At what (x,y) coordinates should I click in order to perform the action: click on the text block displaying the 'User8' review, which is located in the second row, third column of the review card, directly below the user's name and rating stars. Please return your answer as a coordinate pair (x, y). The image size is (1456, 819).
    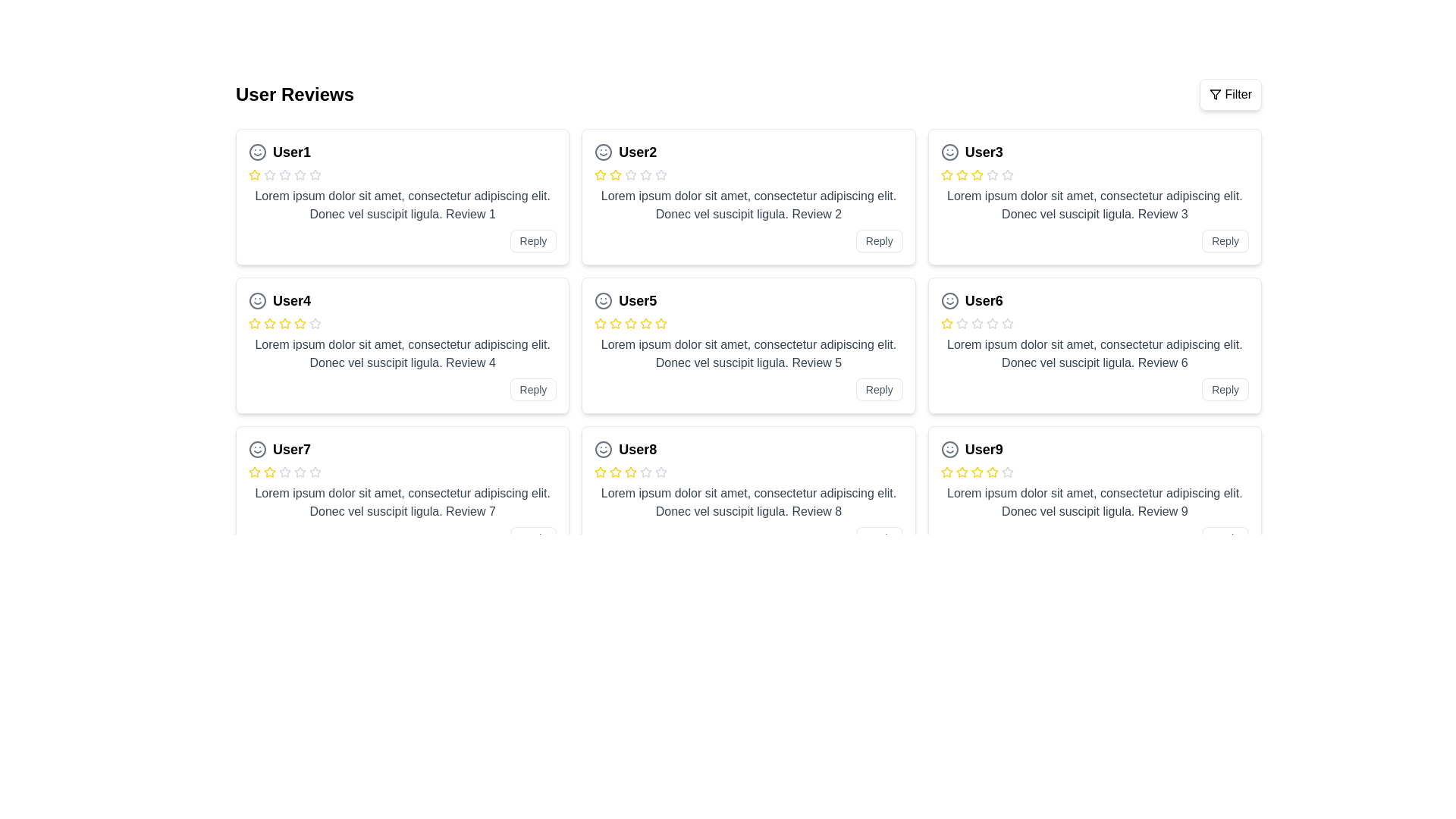
    Looking at the image, I should click on (748, 503).